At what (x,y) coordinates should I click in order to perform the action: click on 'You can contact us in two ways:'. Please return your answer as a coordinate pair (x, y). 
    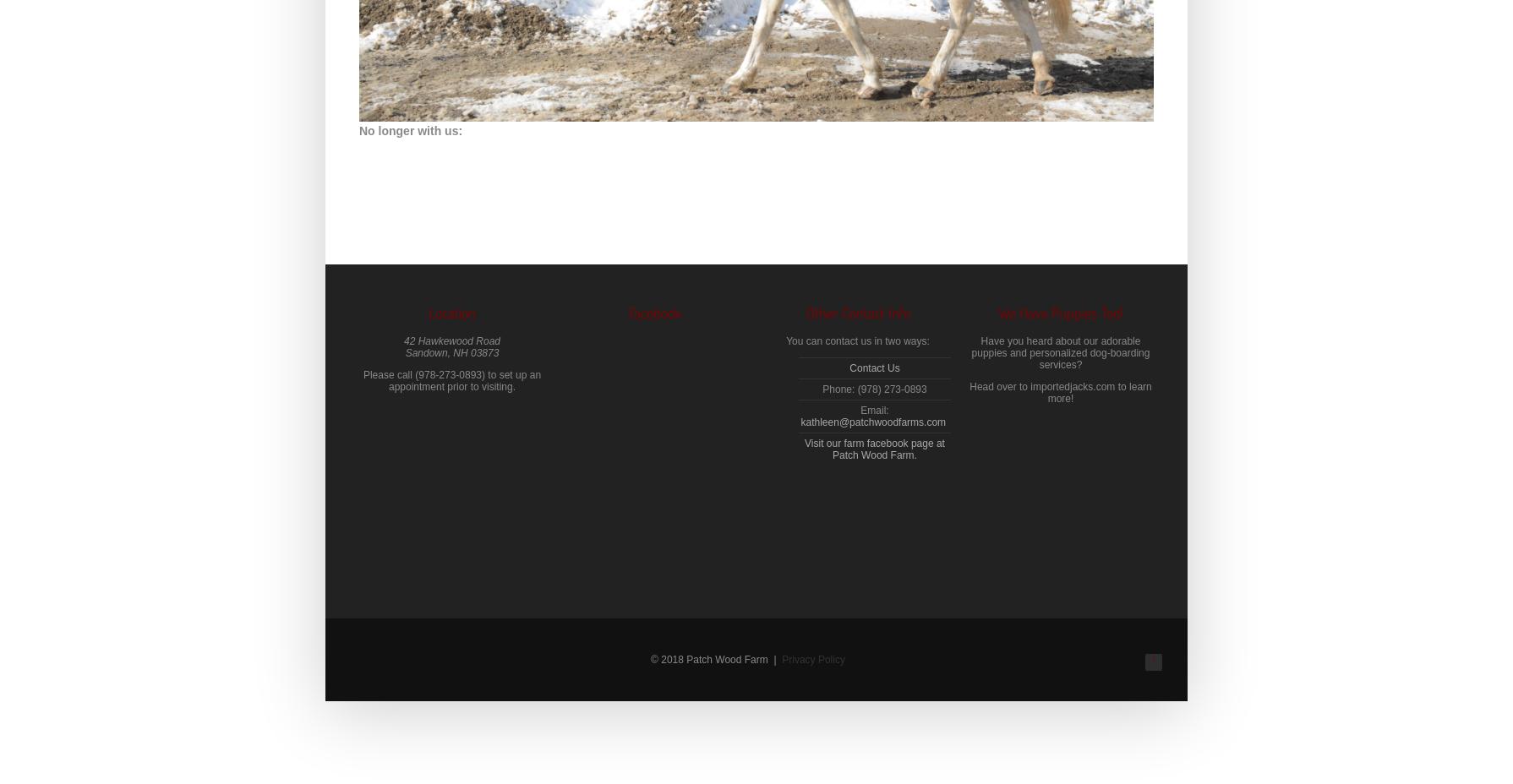
    Looking at the image, I should click on (857, 340).